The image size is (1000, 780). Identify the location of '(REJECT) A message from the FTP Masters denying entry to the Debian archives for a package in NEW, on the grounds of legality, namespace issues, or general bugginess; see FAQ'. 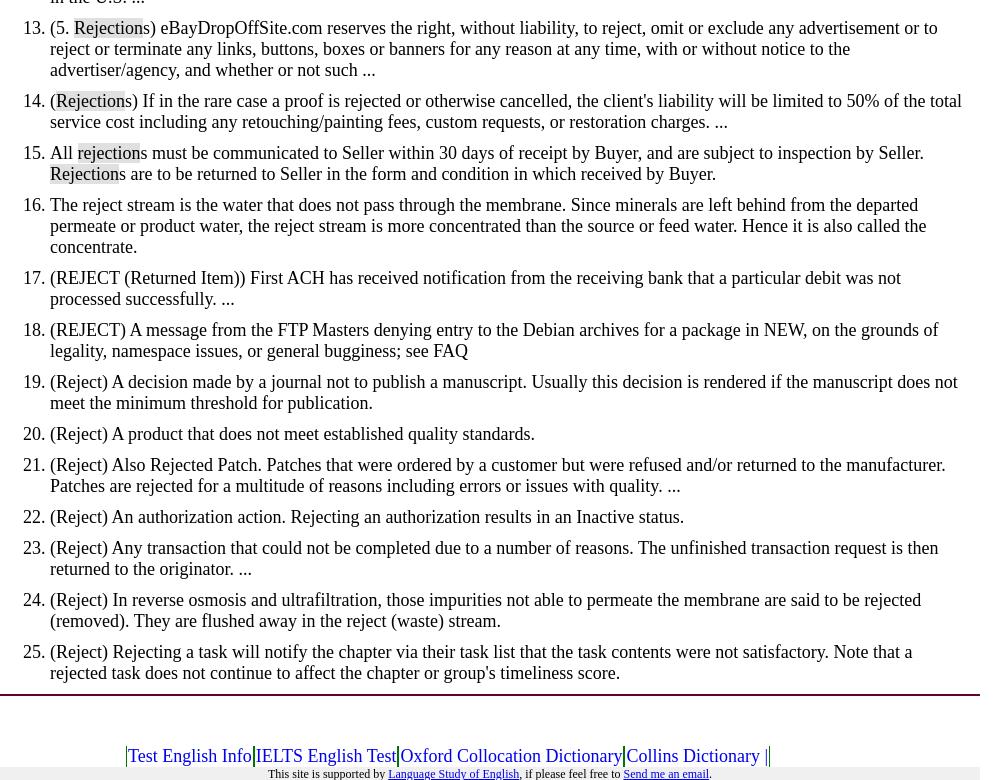
(50, 339).